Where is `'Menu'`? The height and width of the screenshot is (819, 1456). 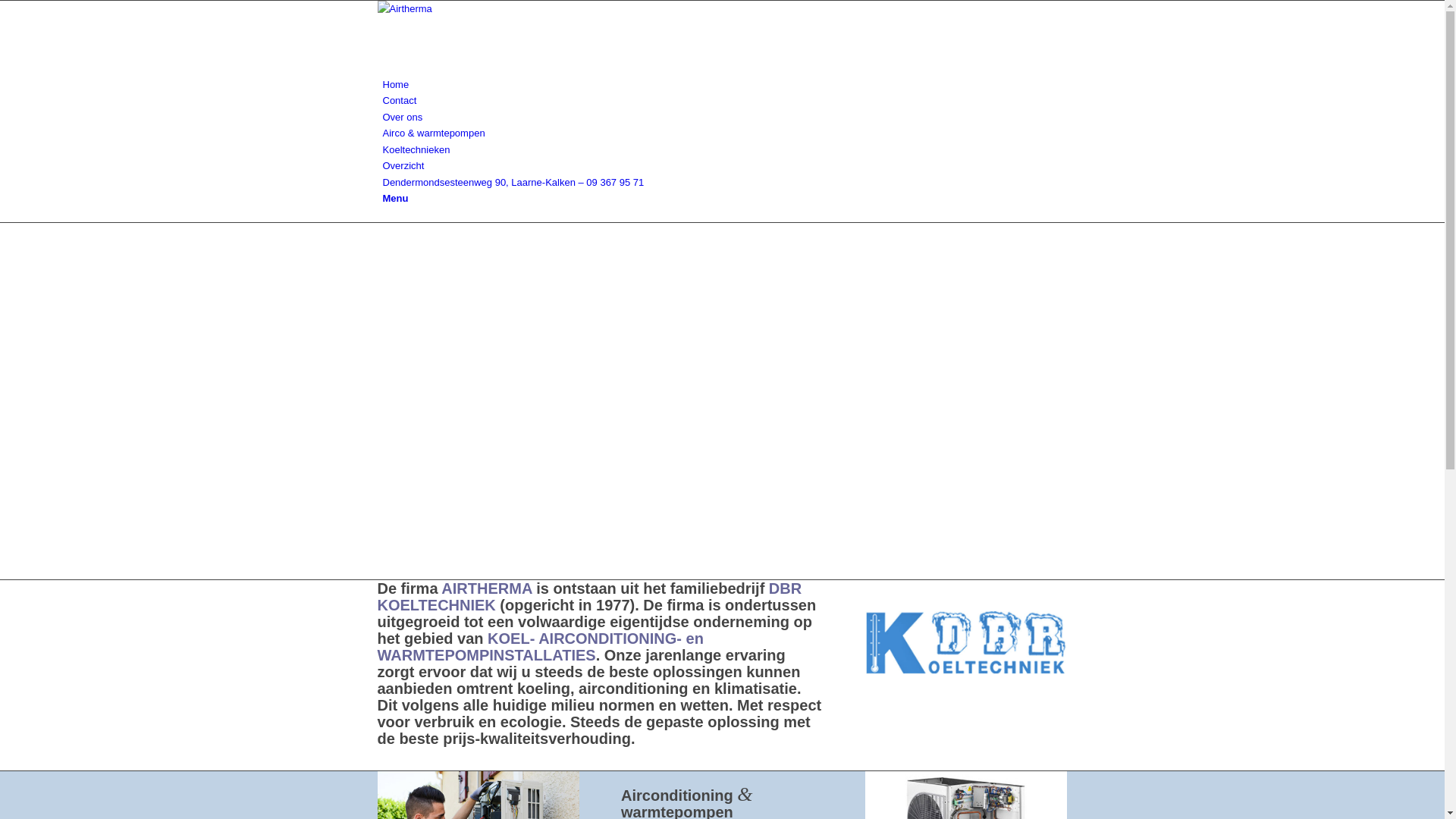
'Menu' is located at coordinates (395, 197).